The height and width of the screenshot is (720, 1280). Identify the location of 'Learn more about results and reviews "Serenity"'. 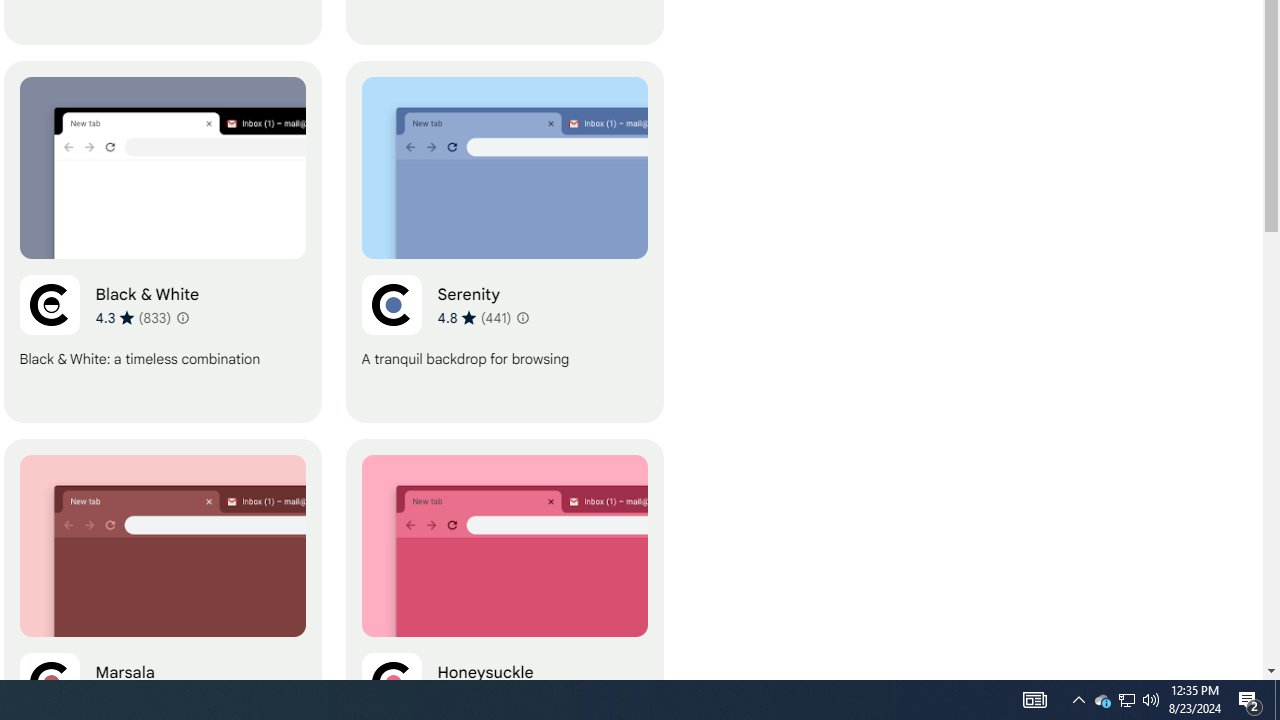
(522, 316).